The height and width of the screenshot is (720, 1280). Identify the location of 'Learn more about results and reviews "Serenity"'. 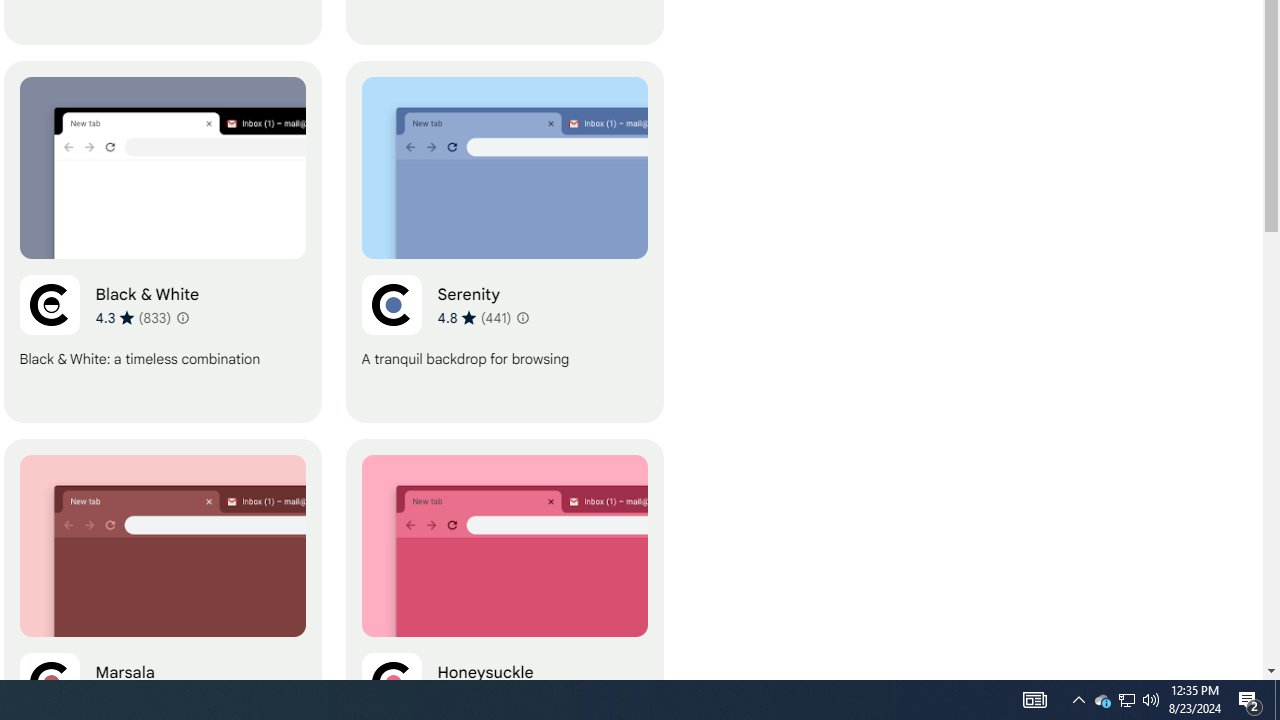
(522, 316).